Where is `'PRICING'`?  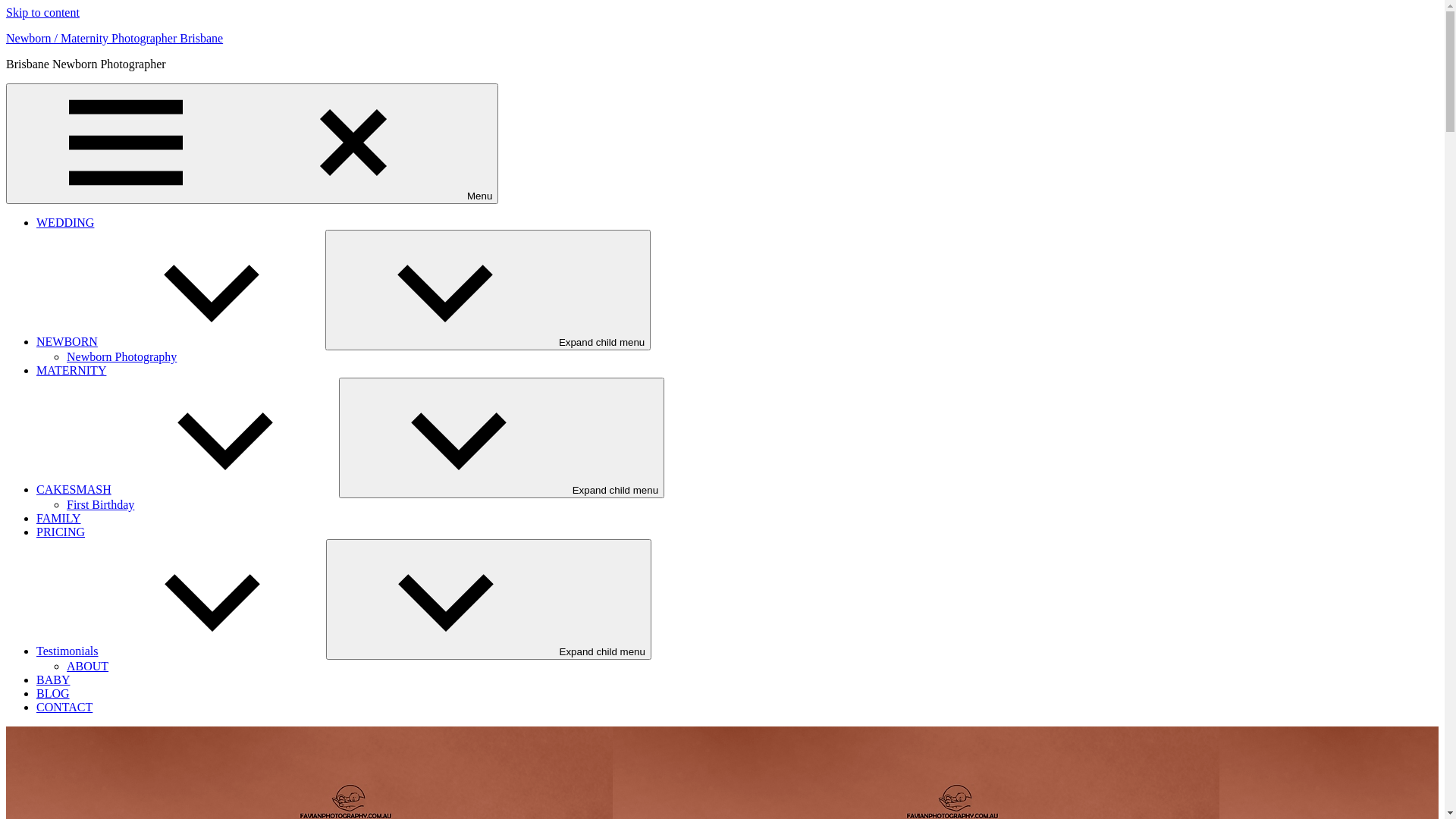 'PRICING' is located at coordinates (61, 531).